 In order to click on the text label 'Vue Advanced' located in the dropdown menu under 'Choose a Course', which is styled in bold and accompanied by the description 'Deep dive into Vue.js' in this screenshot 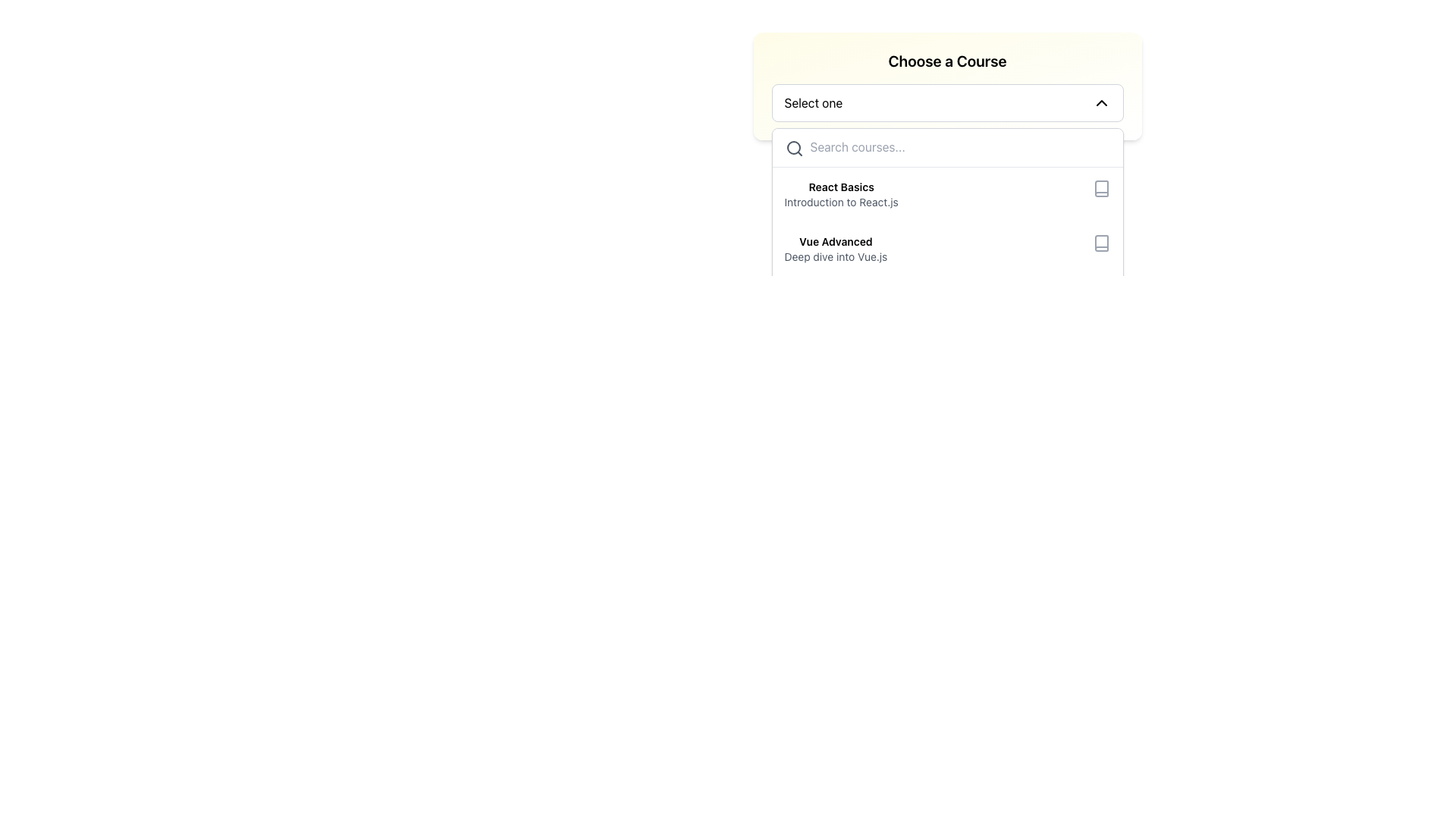, I will do `click(835, 240)`.